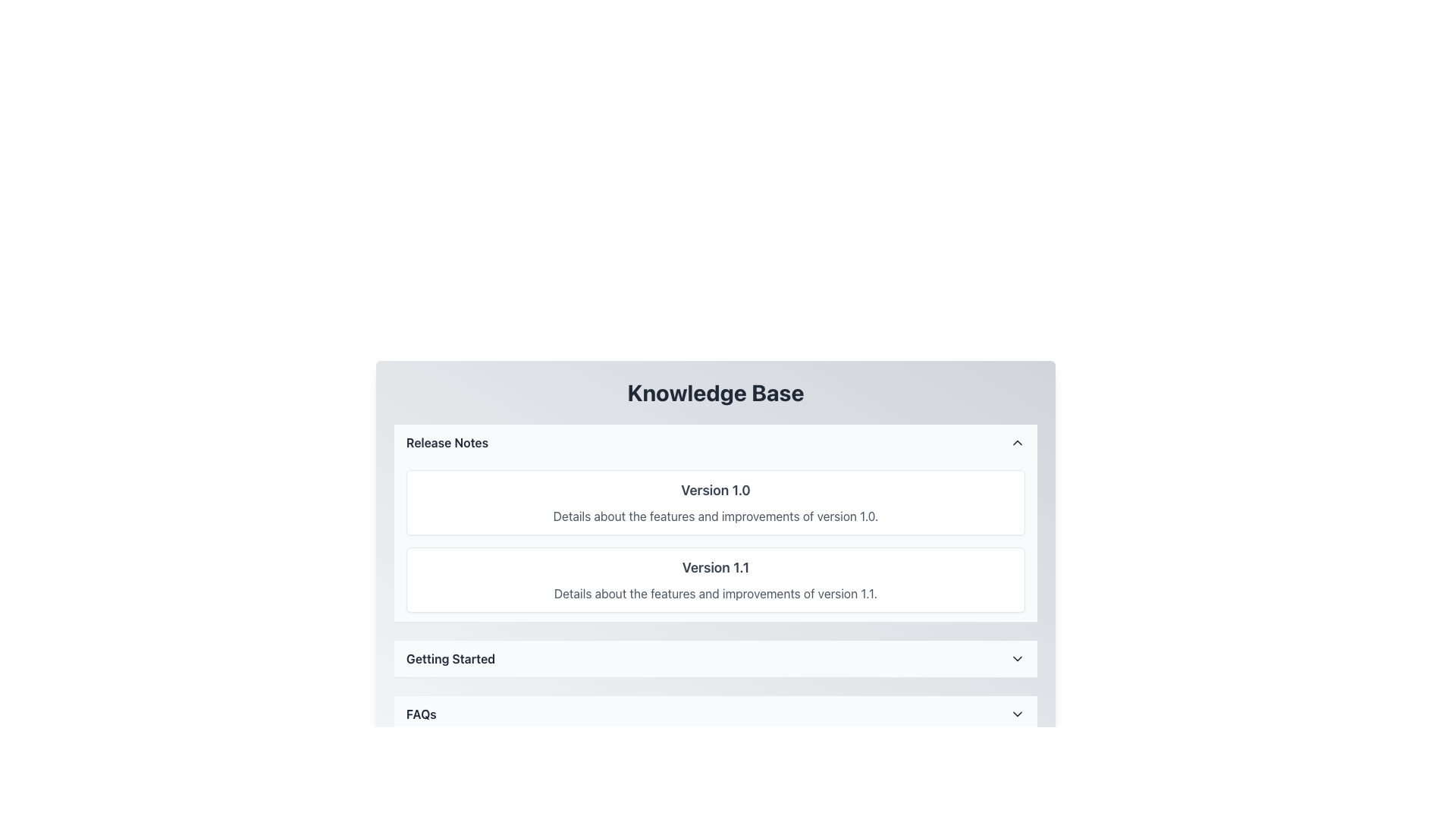  What do you see at coordinates (1018, 442) in the screenshot?
I see `the upward-pointing chevron icon on the right side of the 'Release Notes' interactive bar` at bounding box center [1018, 442].